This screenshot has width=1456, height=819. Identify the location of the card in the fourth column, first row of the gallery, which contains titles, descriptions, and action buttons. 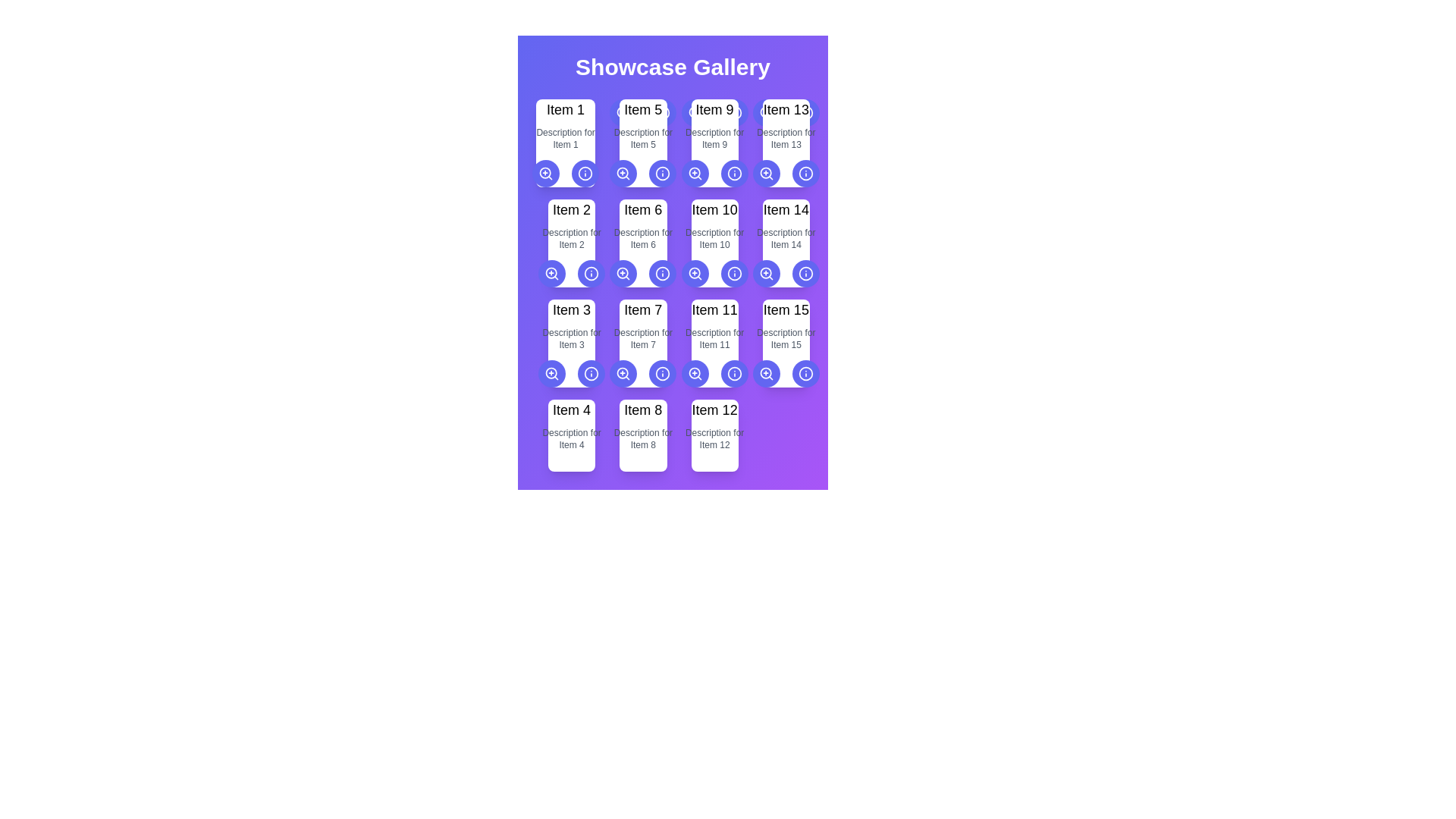
(786, 143).